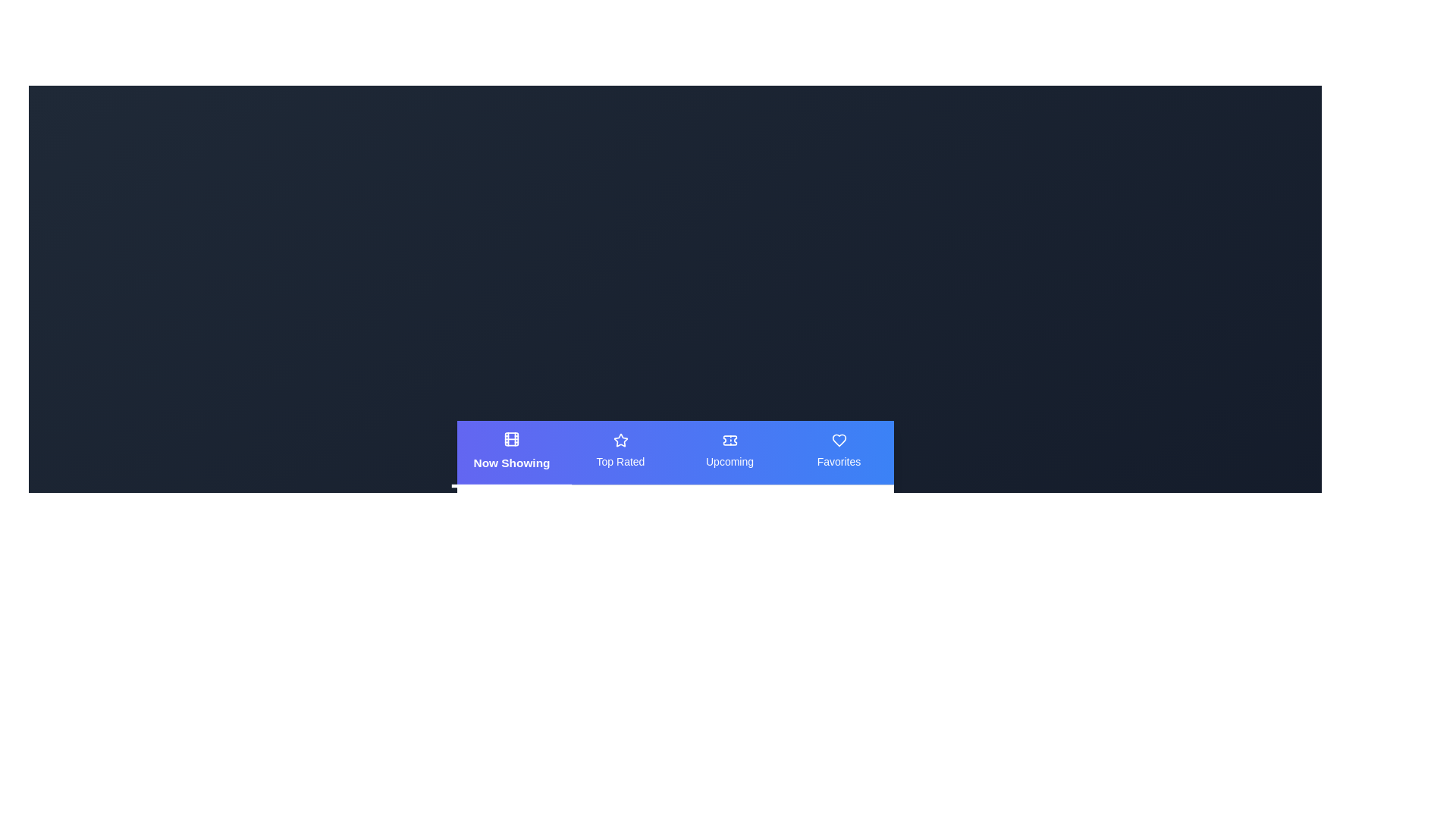 The height and width of the screenshot is (819, 1456). What do you see at coordinates (511, 438) in the screenshot?
I see `the SVG icon resembling a film strip located above the 'Now Showing' text in the navigation bar` at bounding box center [511, 438].